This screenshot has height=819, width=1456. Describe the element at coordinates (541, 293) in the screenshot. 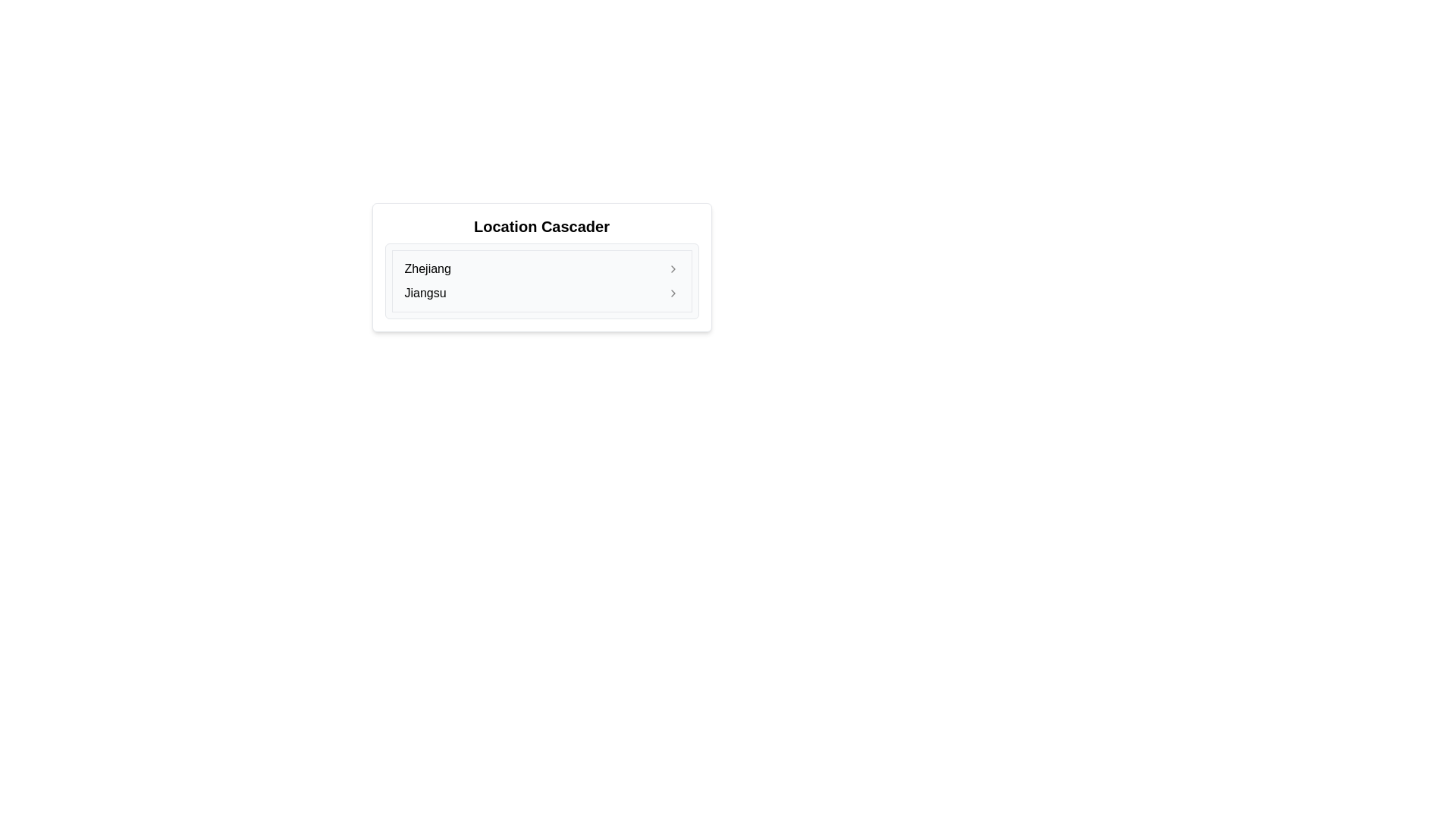

I see `the List element item labeled 'Jiangsu' which is the second item in the list` at that location.